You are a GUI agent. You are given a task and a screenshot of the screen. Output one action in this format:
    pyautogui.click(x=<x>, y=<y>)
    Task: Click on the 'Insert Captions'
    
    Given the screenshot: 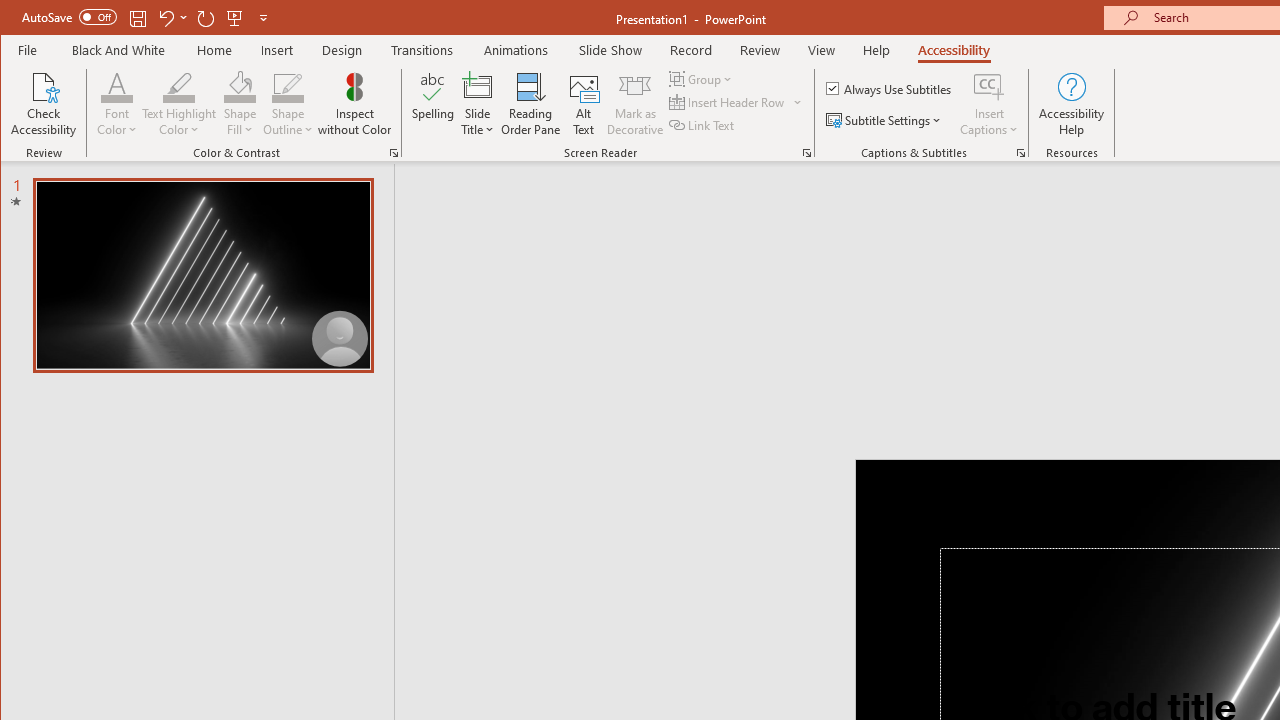 What is the action you would take?
    pyautogui.click(x=989, y=85)
    